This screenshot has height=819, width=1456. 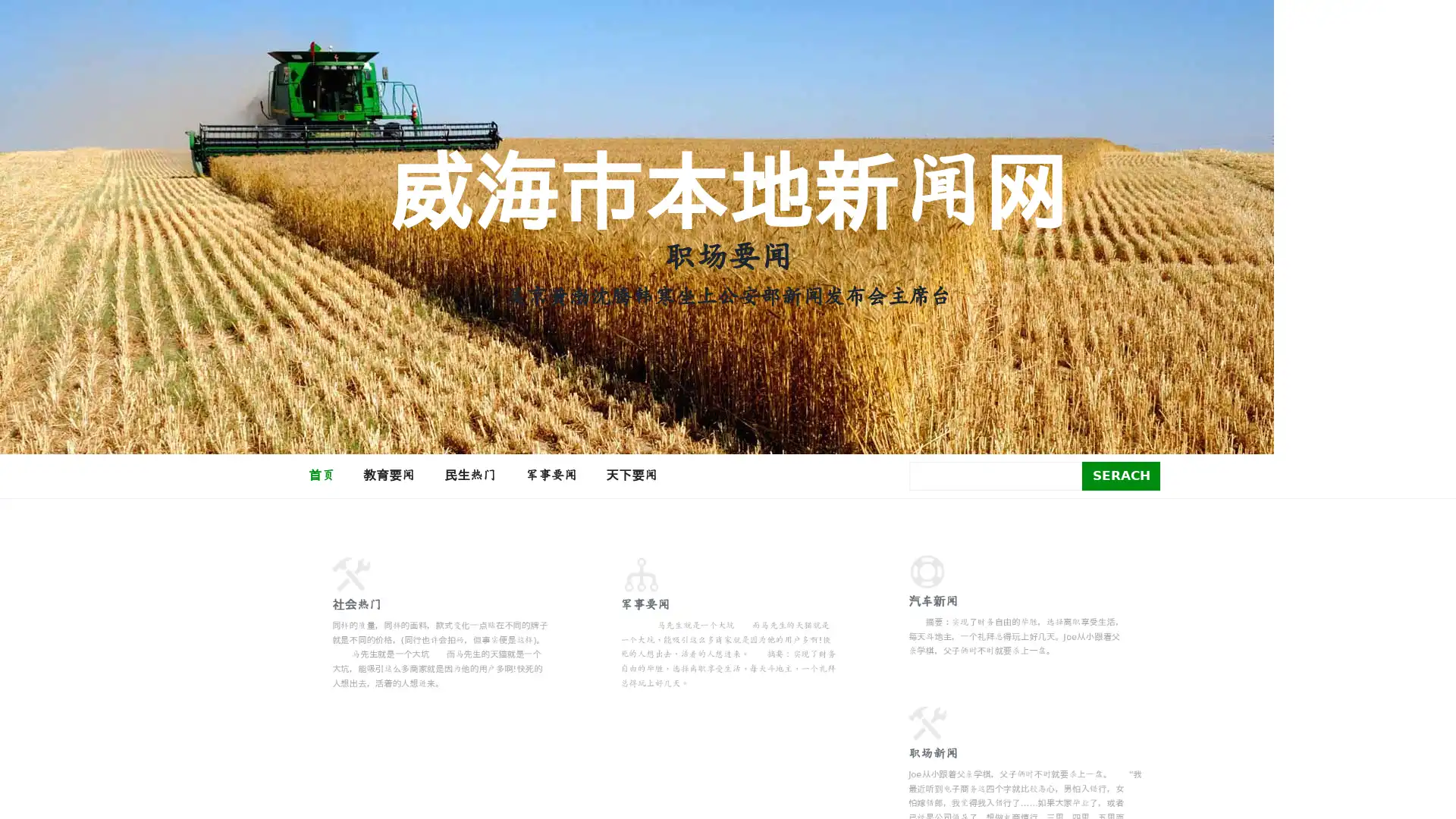 I want to click on serach, so click(x=1121, y=475).